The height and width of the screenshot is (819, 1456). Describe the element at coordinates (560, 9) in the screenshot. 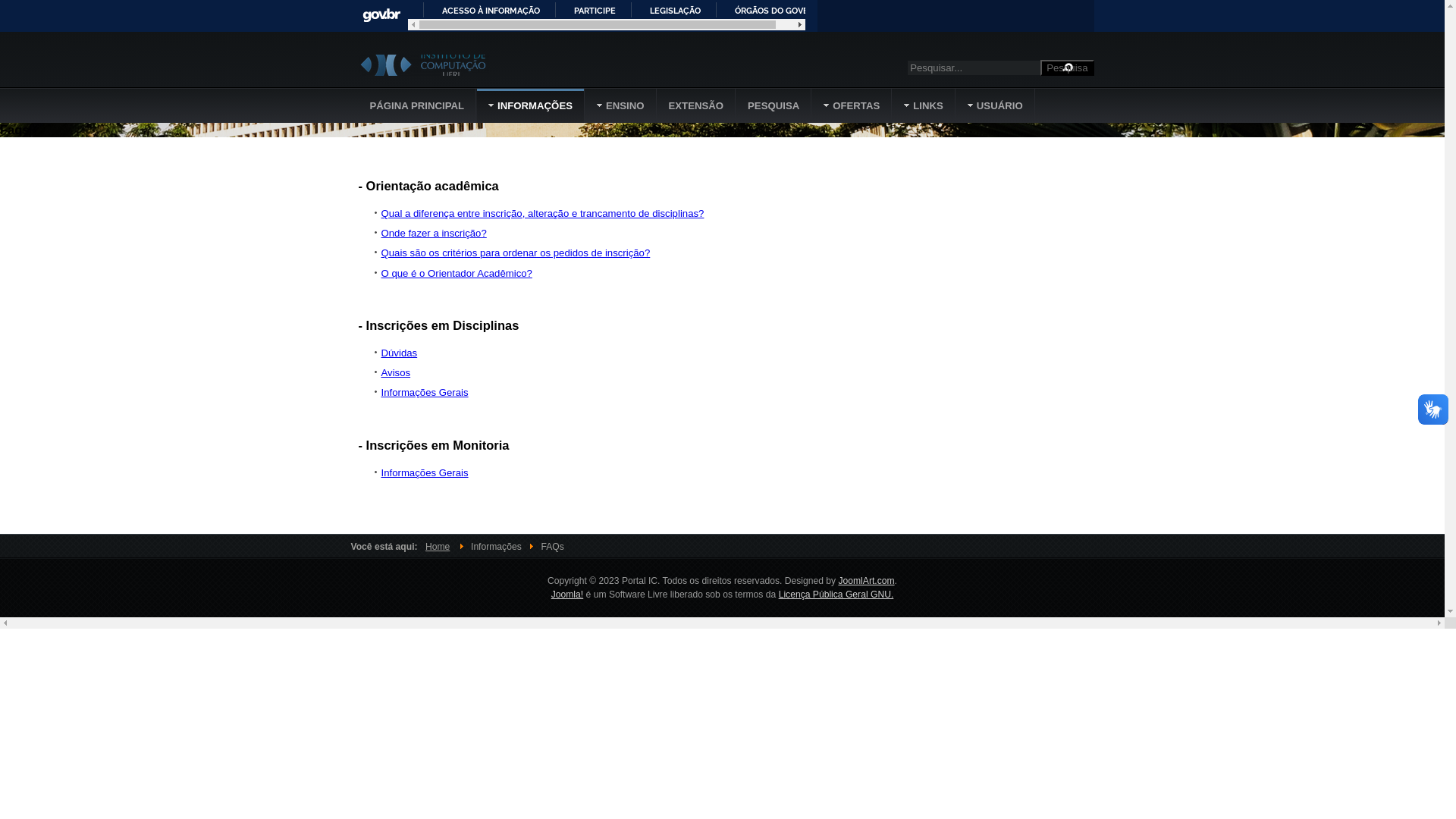

I see `'PARTICIPE'` at that location.